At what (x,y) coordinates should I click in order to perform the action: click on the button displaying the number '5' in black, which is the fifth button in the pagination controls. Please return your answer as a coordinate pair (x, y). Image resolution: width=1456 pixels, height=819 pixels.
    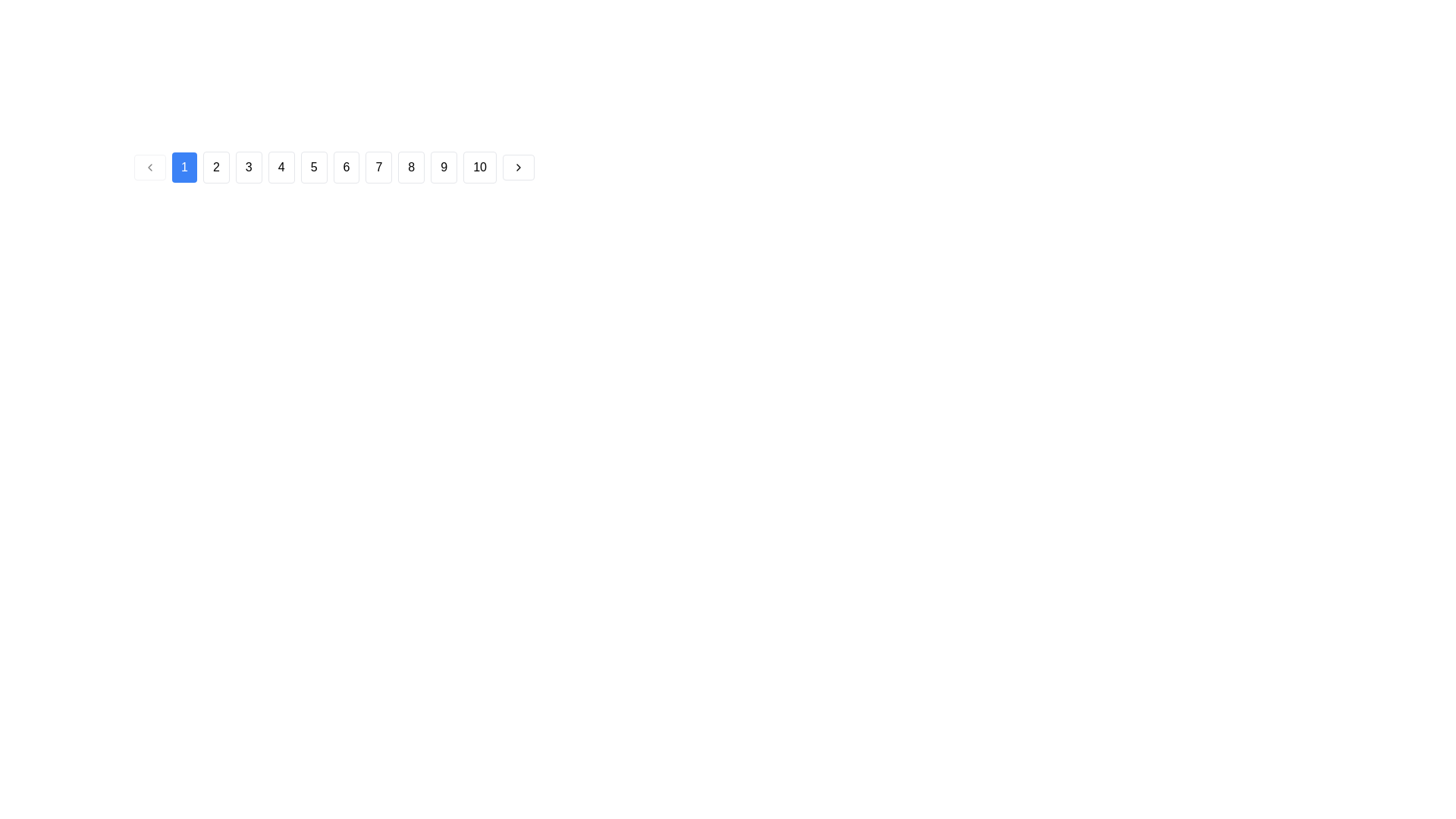
    Looking at the image, I should click on (313, 167).